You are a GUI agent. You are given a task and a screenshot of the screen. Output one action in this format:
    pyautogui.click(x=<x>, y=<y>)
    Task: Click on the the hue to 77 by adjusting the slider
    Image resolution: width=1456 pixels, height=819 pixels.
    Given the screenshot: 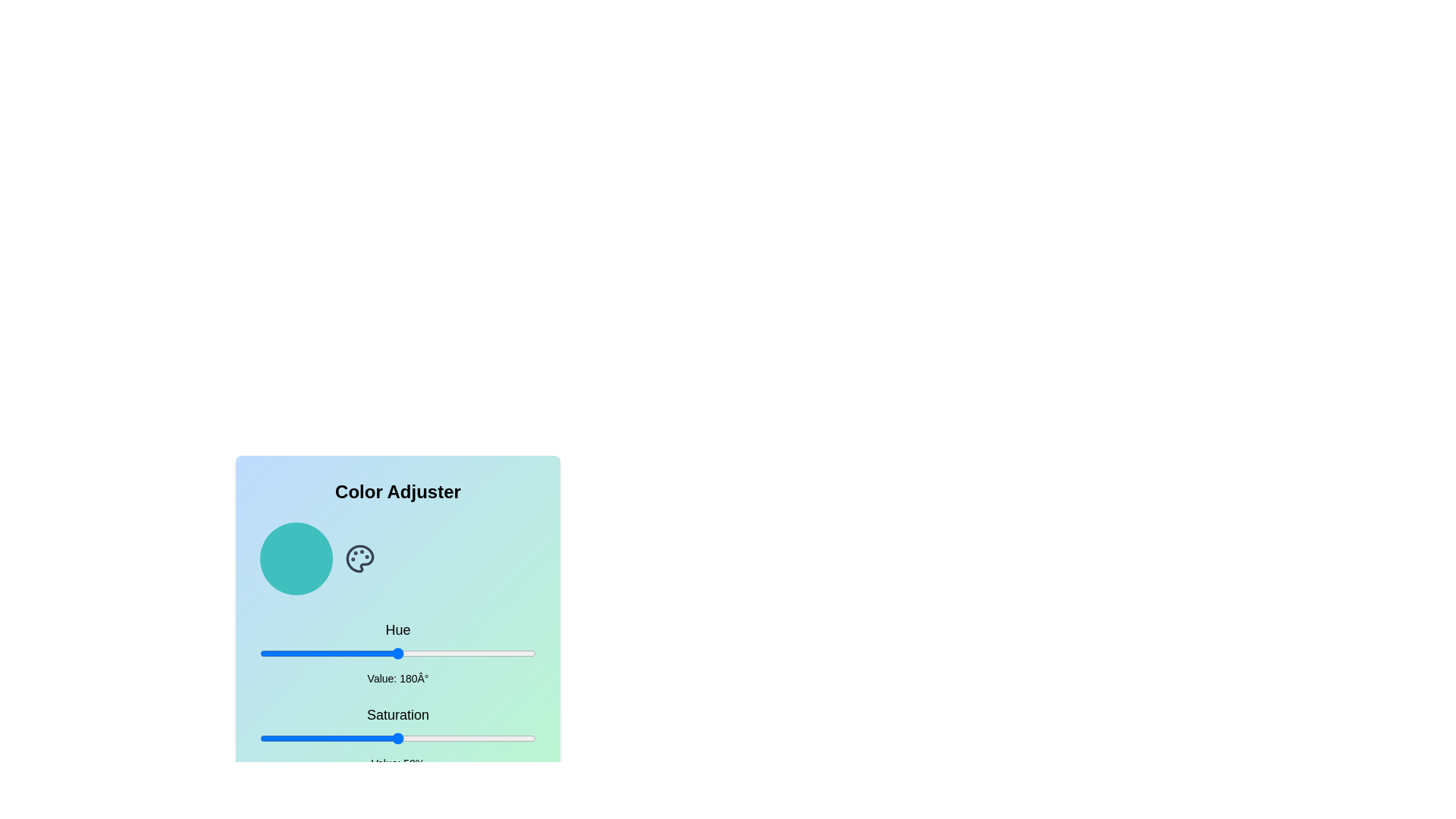 What is the action you would take?
    pyautogui.click(x=318, y=652)
    